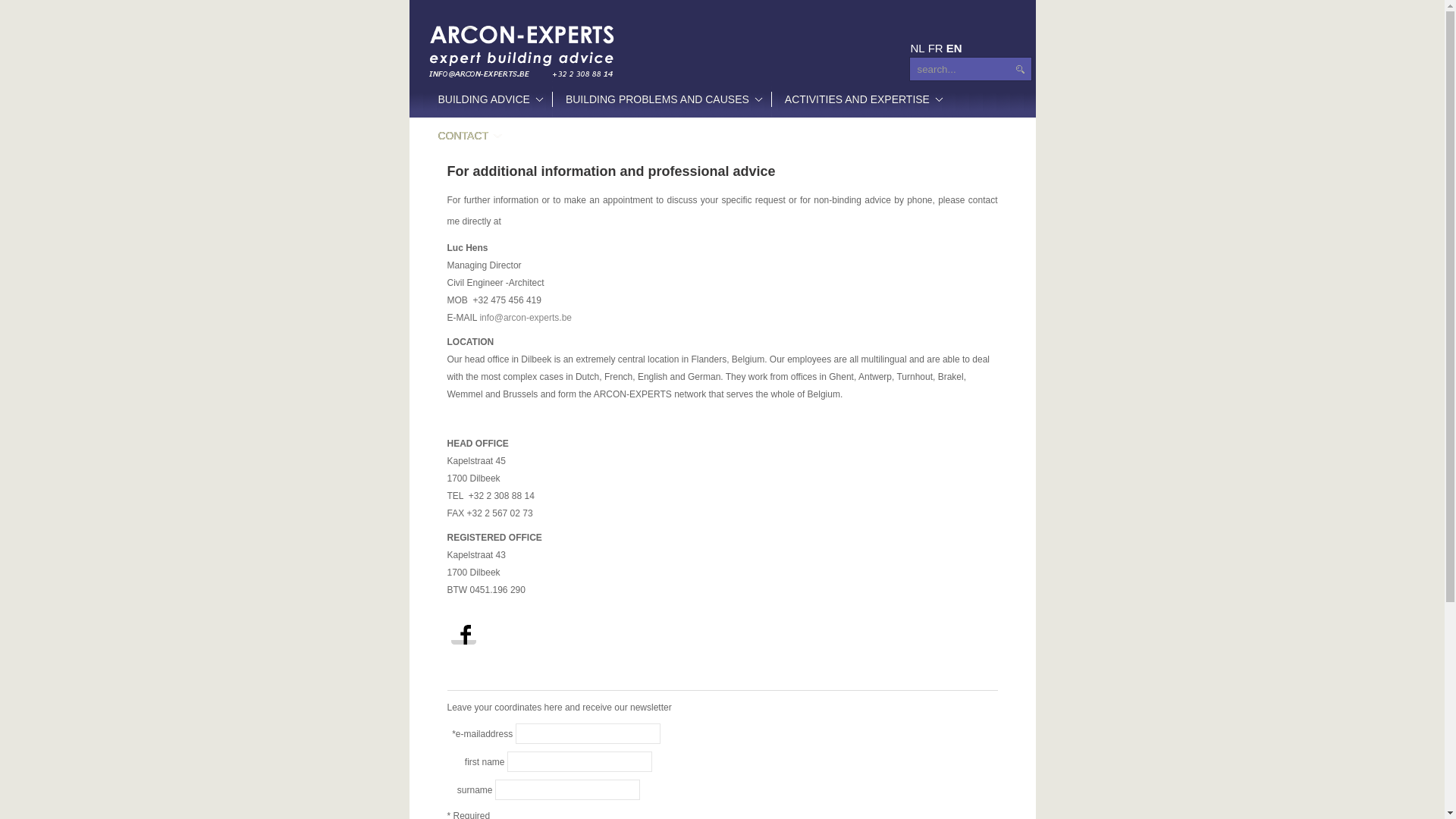 The height and width of the screenshot is (819, 1456). Describe the element at coordinates (861, 99) in the screenshot. I see `'ACTIVITIES AND EXPERTISE'` at that location.